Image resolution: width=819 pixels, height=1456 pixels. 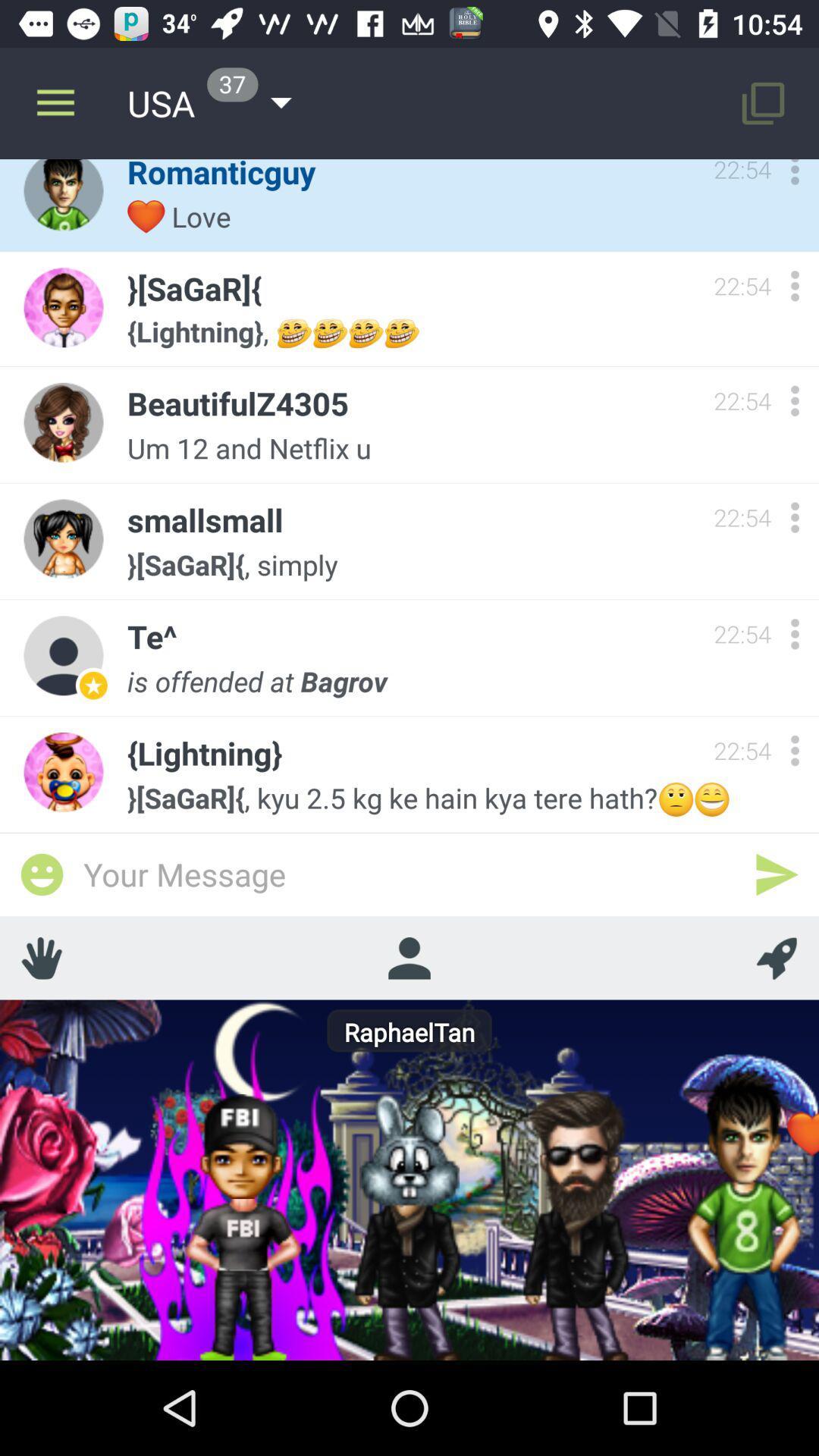 What do you see at coordinates (794, 286) in the screenshot?
I see `shows expand icon` at bounding box center [794, 286].